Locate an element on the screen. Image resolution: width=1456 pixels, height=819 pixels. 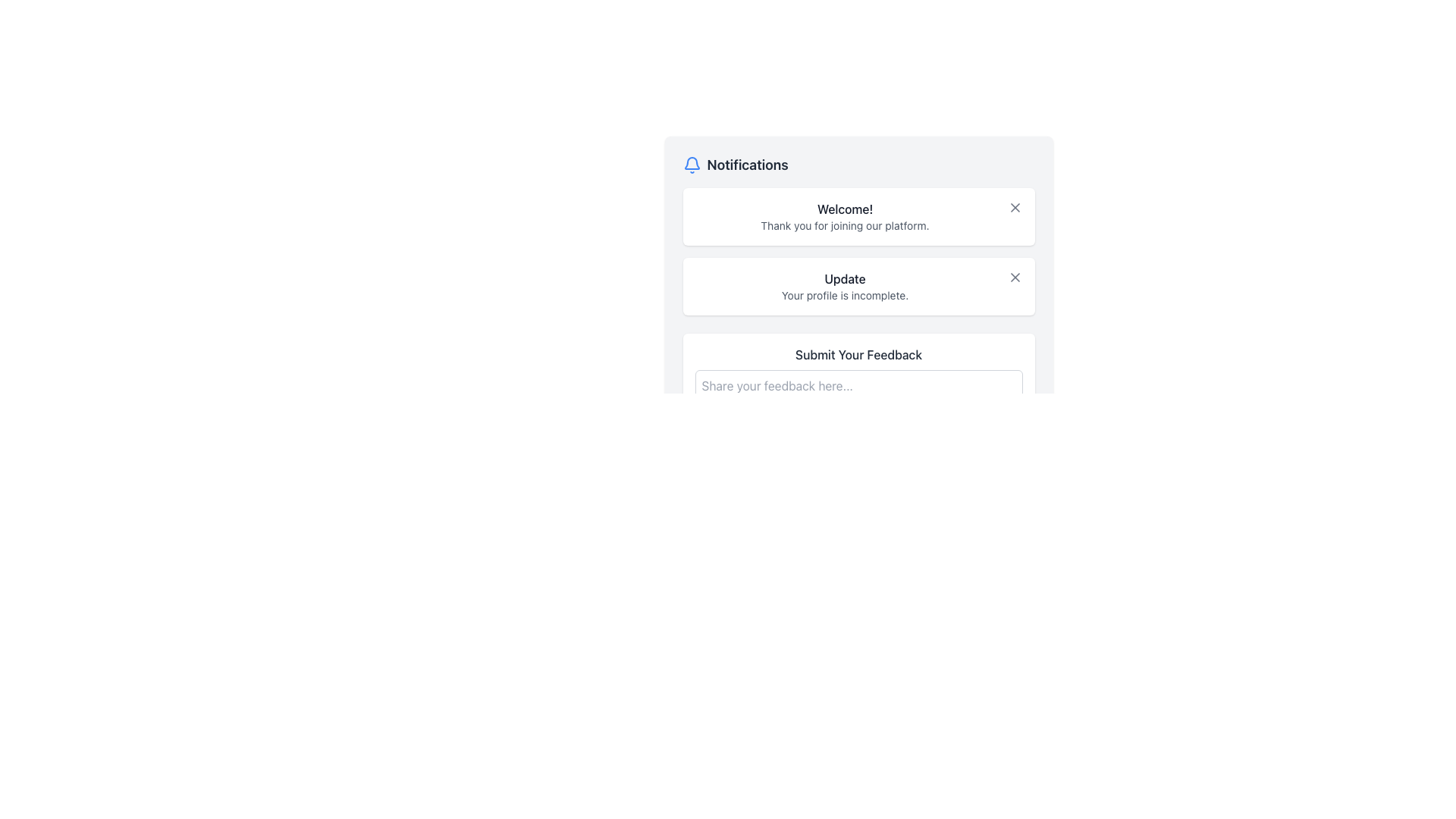
the Text Block that displays 'Update' and 'Your profile is incomplete.' in the notifications panel is located at coordinates (844, 287).